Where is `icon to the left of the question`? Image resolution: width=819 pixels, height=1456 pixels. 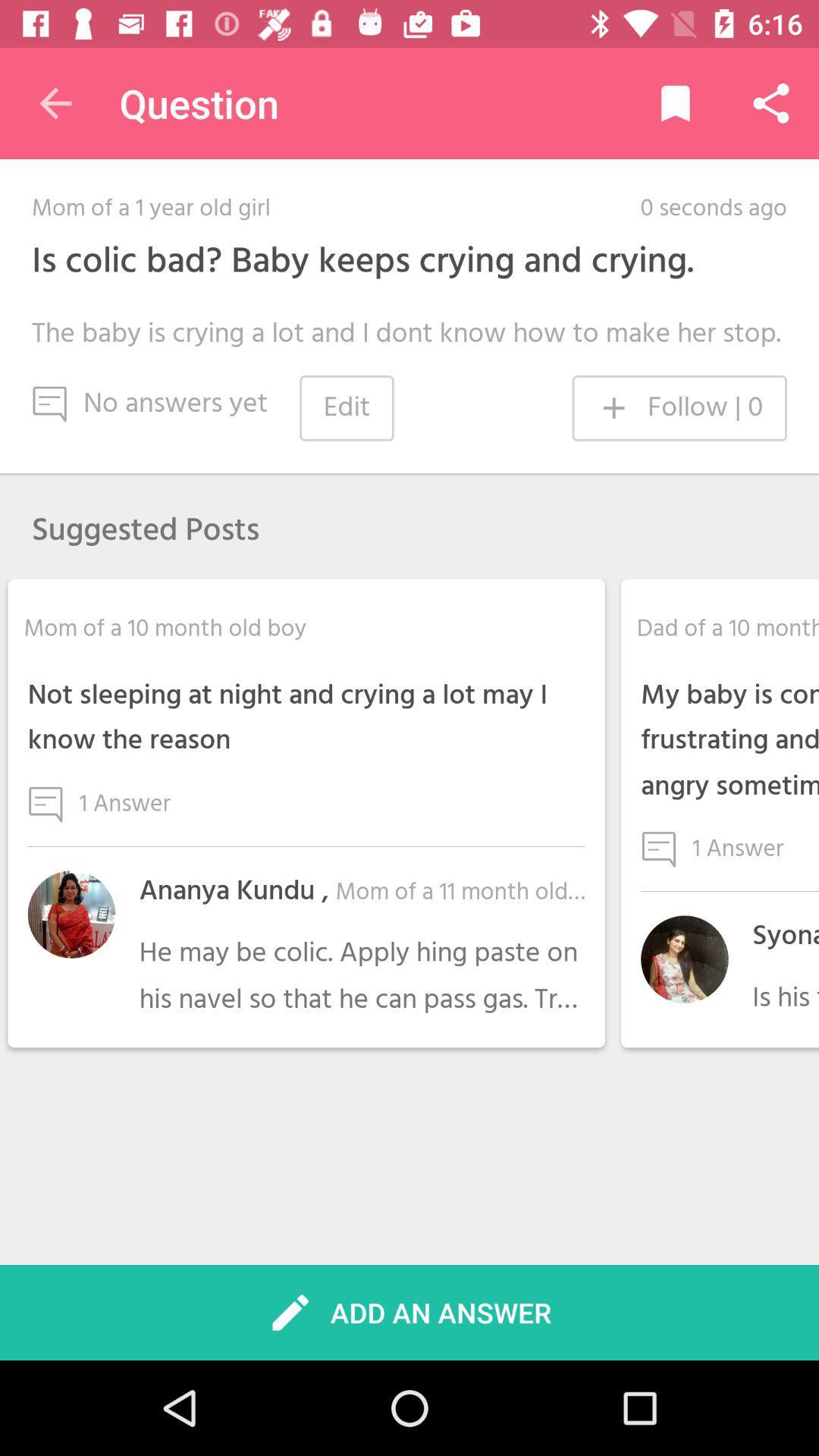
icon to the left of the question is located at coordinates (55, 102).